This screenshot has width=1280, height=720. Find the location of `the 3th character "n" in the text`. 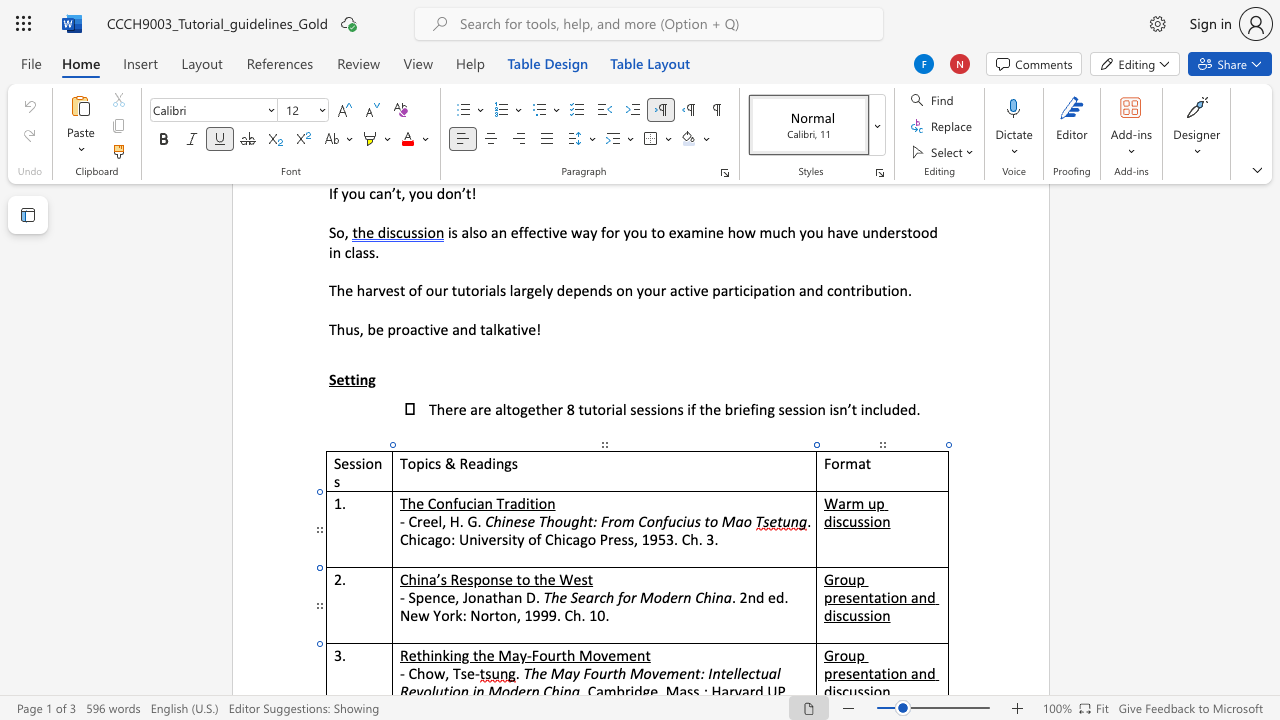

the 3th character "n" in the text is located at coordinates (518, 596).